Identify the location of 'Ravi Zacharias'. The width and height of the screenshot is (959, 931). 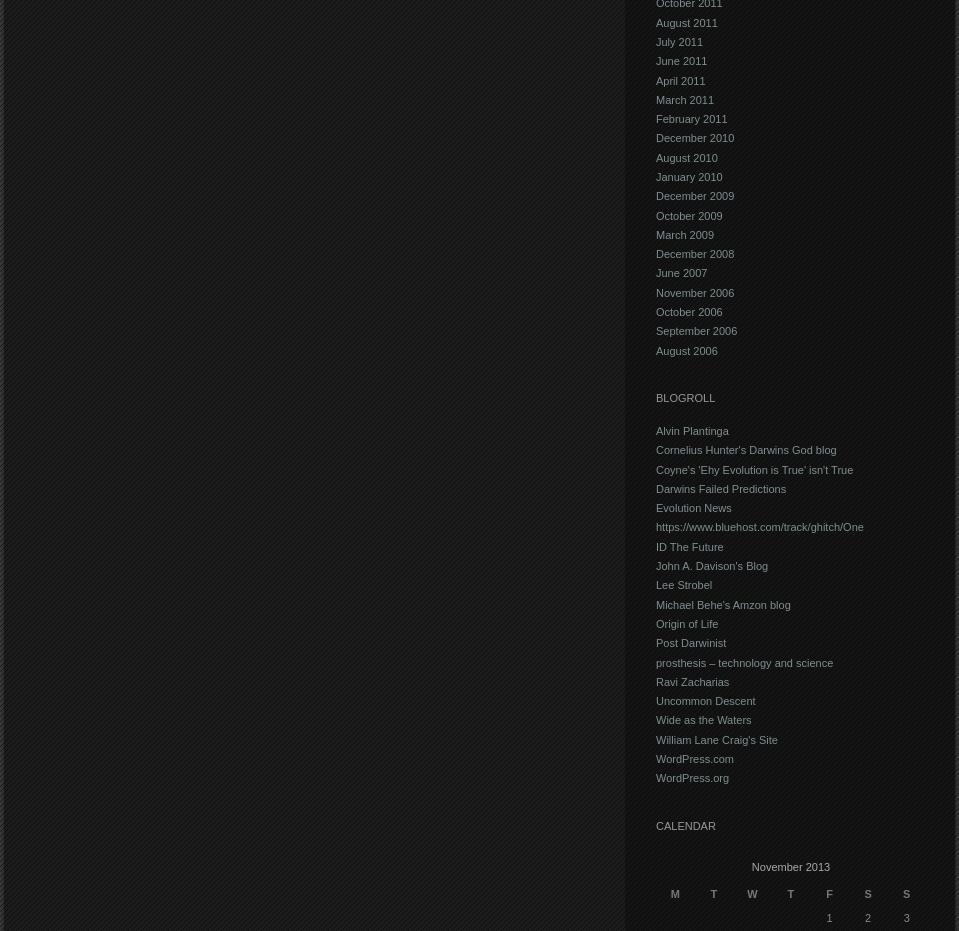
(691, 680).